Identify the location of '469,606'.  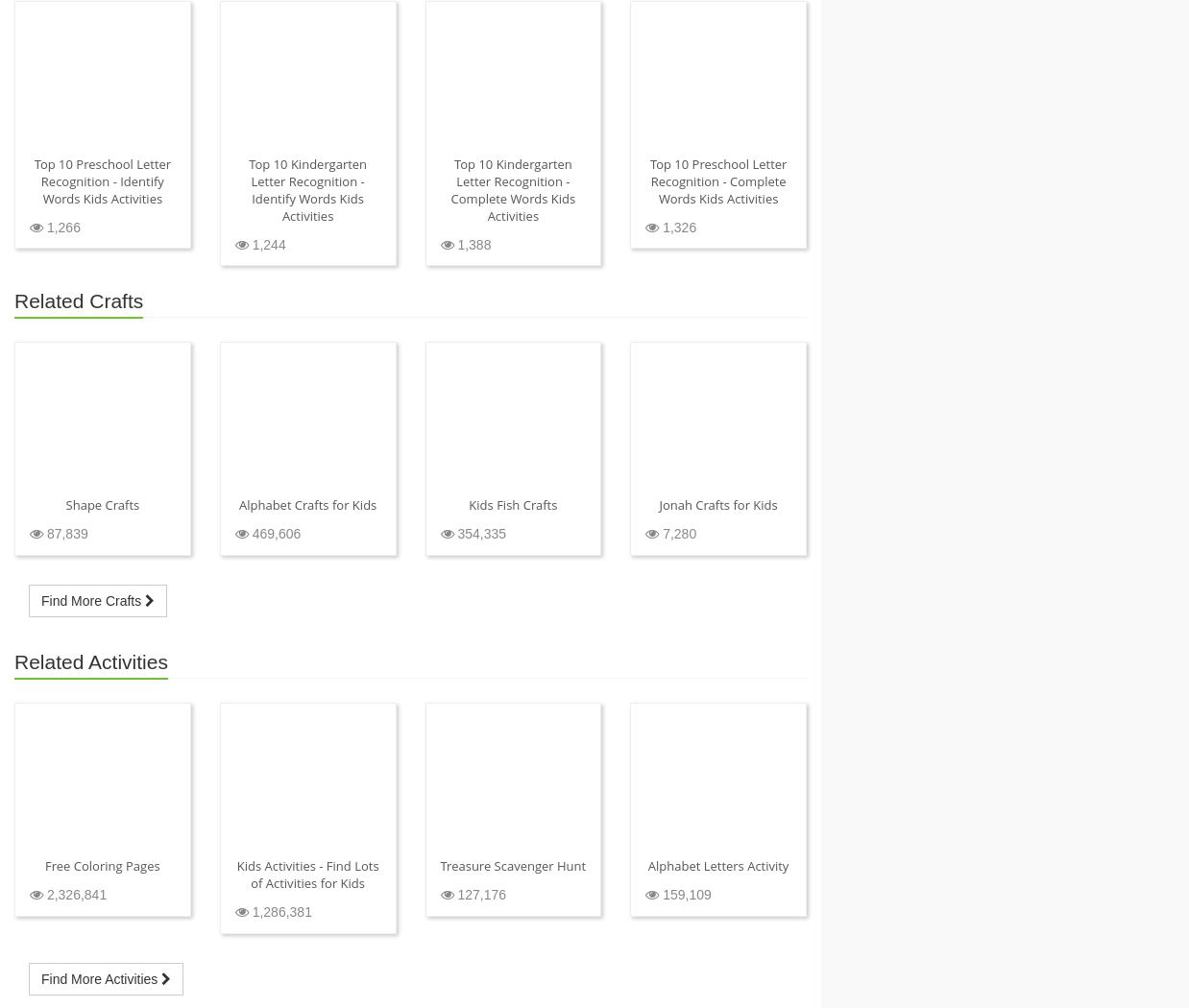
(273, 533).